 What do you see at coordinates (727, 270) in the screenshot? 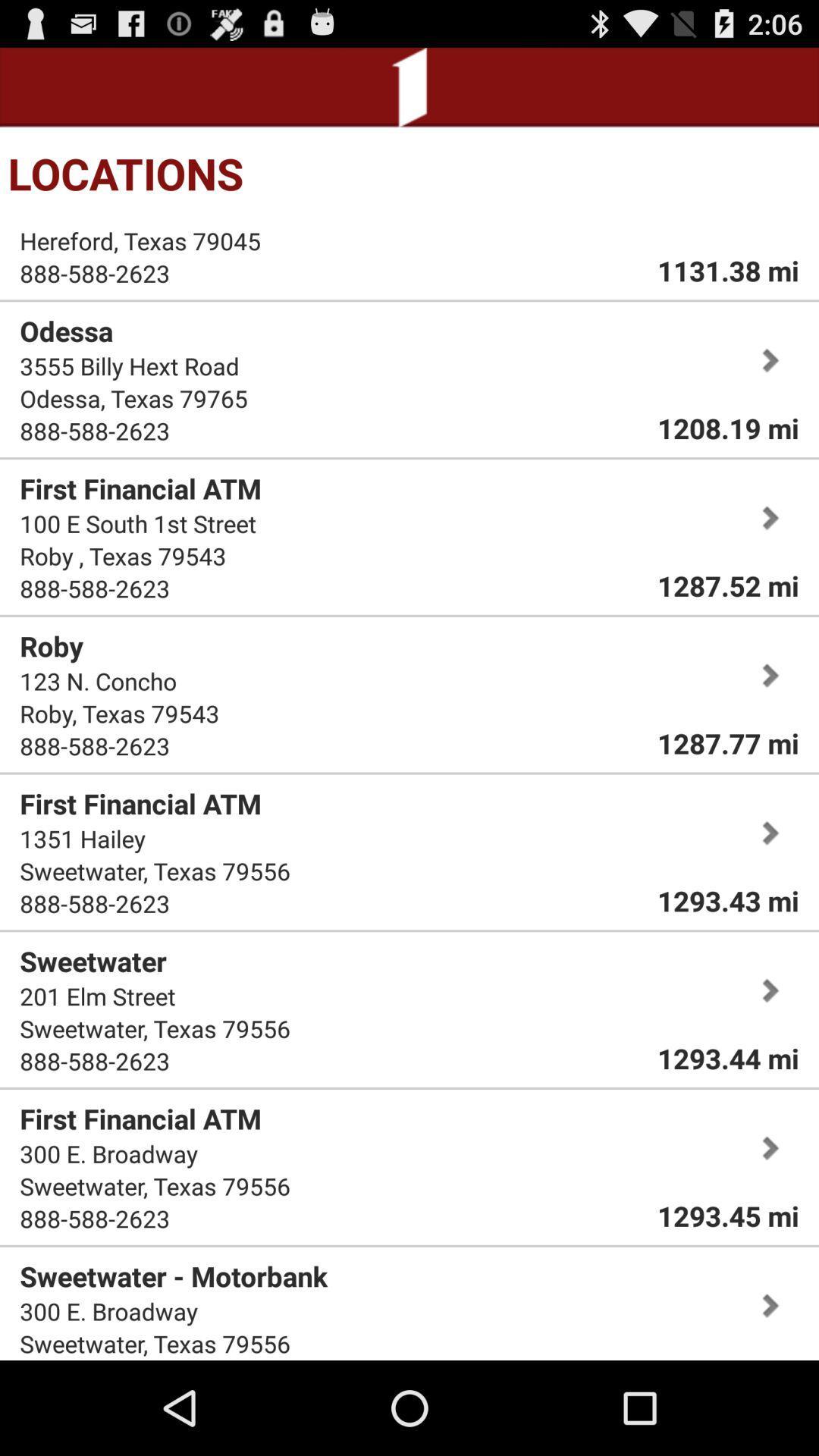
I see `the icon to the right of hereford, texas 79045 icon` at bounding box center [727, 270].